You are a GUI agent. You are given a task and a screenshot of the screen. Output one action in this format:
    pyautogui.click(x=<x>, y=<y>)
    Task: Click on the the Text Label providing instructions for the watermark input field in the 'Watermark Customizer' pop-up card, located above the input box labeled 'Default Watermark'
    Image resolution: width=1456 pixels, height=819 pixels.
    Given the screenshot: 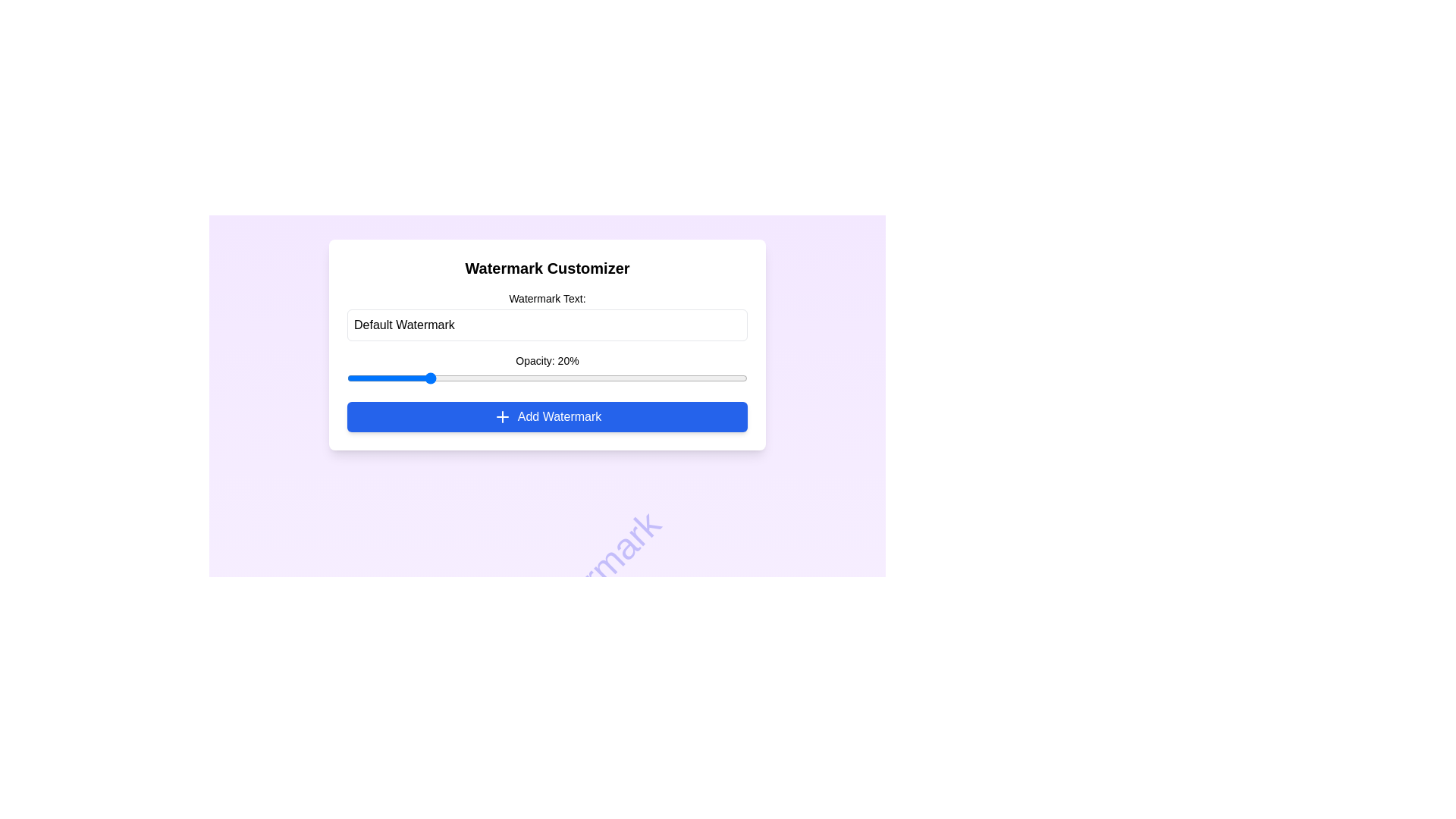 What is the action you would take?
    pyautogui.click(x=546, y=298)
    